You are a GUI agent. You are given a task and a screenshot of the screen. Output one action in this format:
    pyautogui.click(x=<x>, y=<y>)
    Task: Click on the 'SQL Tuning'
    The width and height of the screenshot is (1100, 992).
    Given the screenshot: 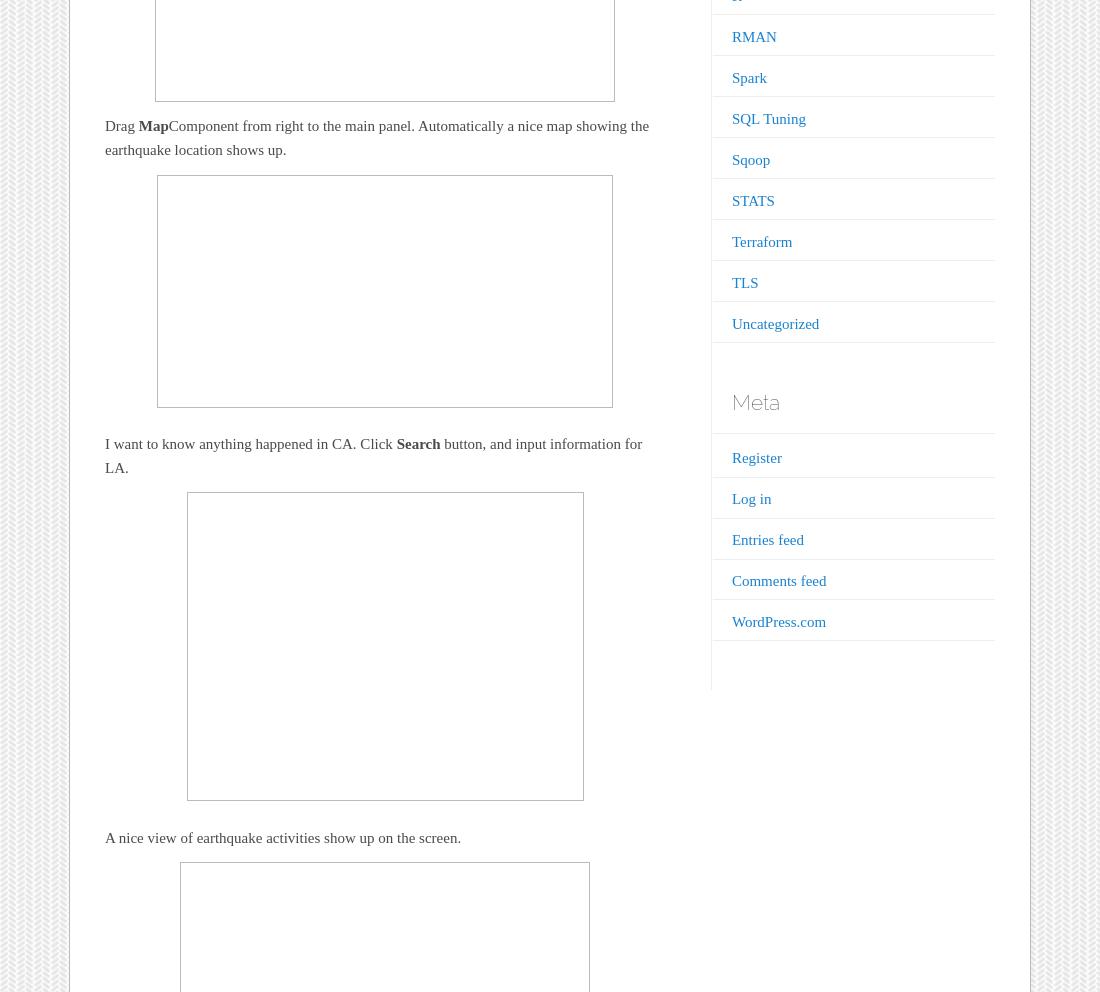 What is the action you would take?
    pyautogui.click(x=768, y=117)
    